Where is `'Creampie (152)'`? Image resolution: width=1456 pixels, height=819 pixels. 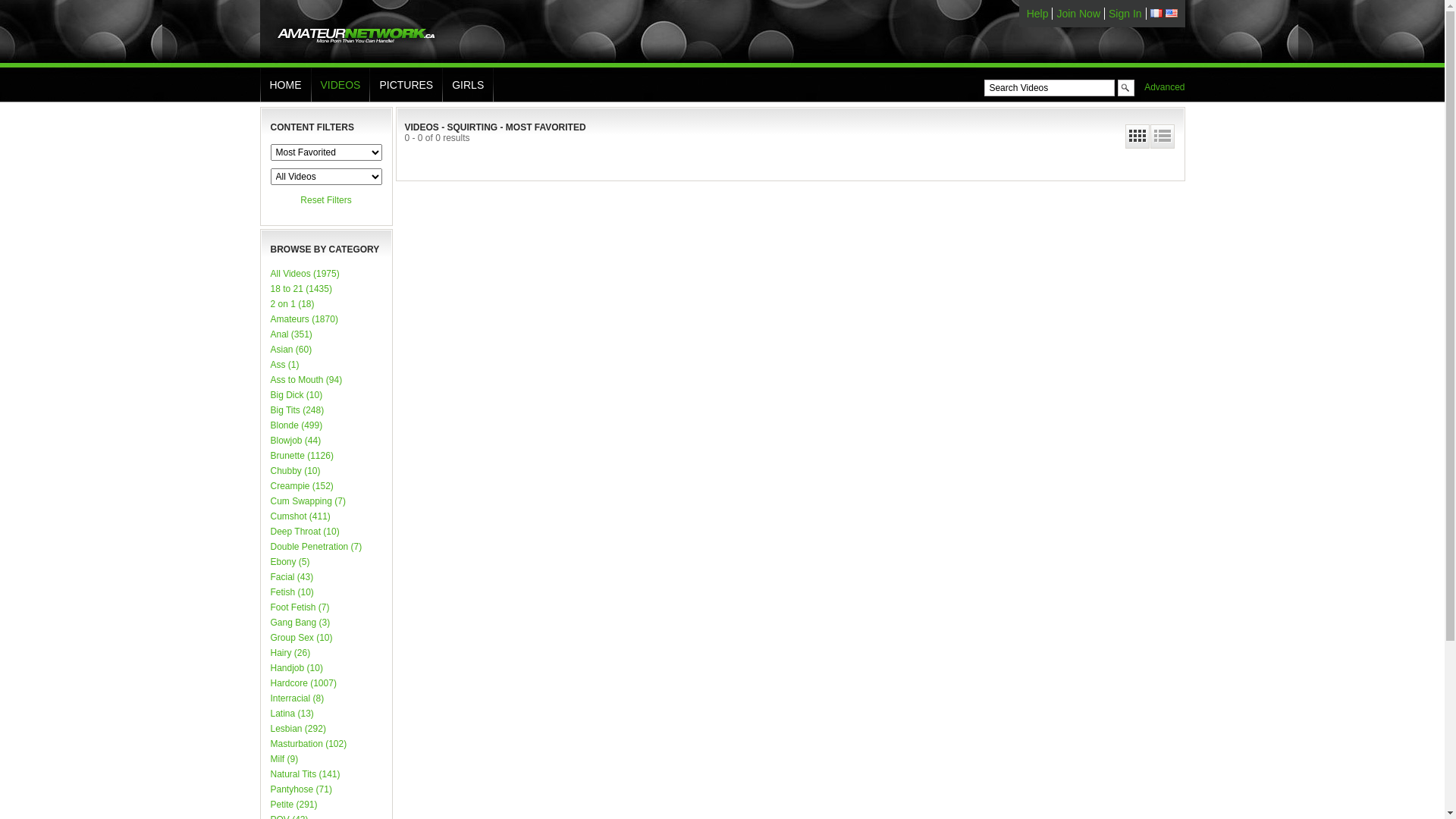 'Creampie (152)' is located at coordinates (325, 485).